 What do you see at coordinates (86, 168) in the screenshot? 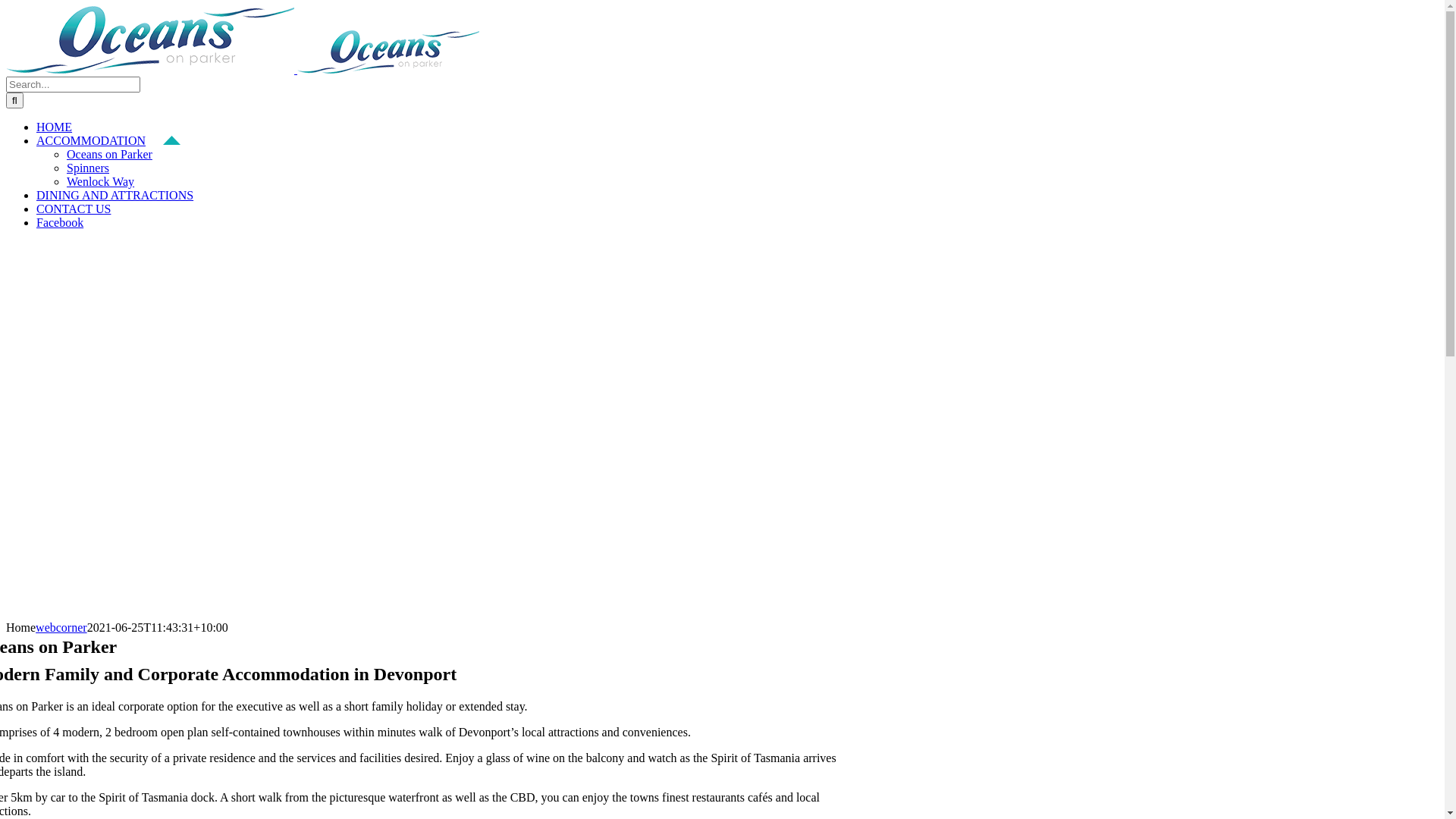
I see `'Spinners'` at bounding box center [86, 168].